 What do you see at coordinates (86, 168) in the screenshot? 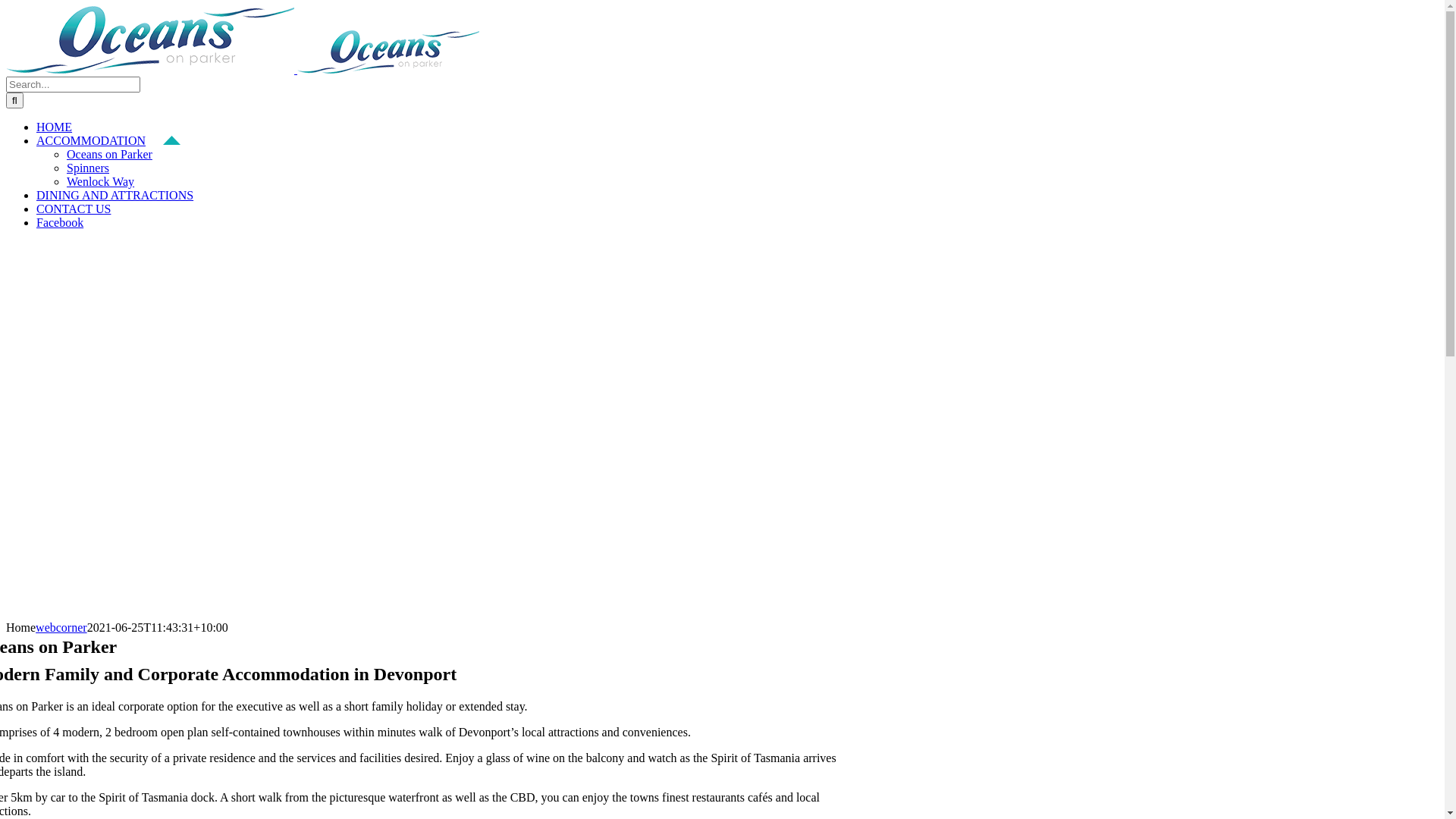
I see `'Spinners'` at bounding box center [86, 168].